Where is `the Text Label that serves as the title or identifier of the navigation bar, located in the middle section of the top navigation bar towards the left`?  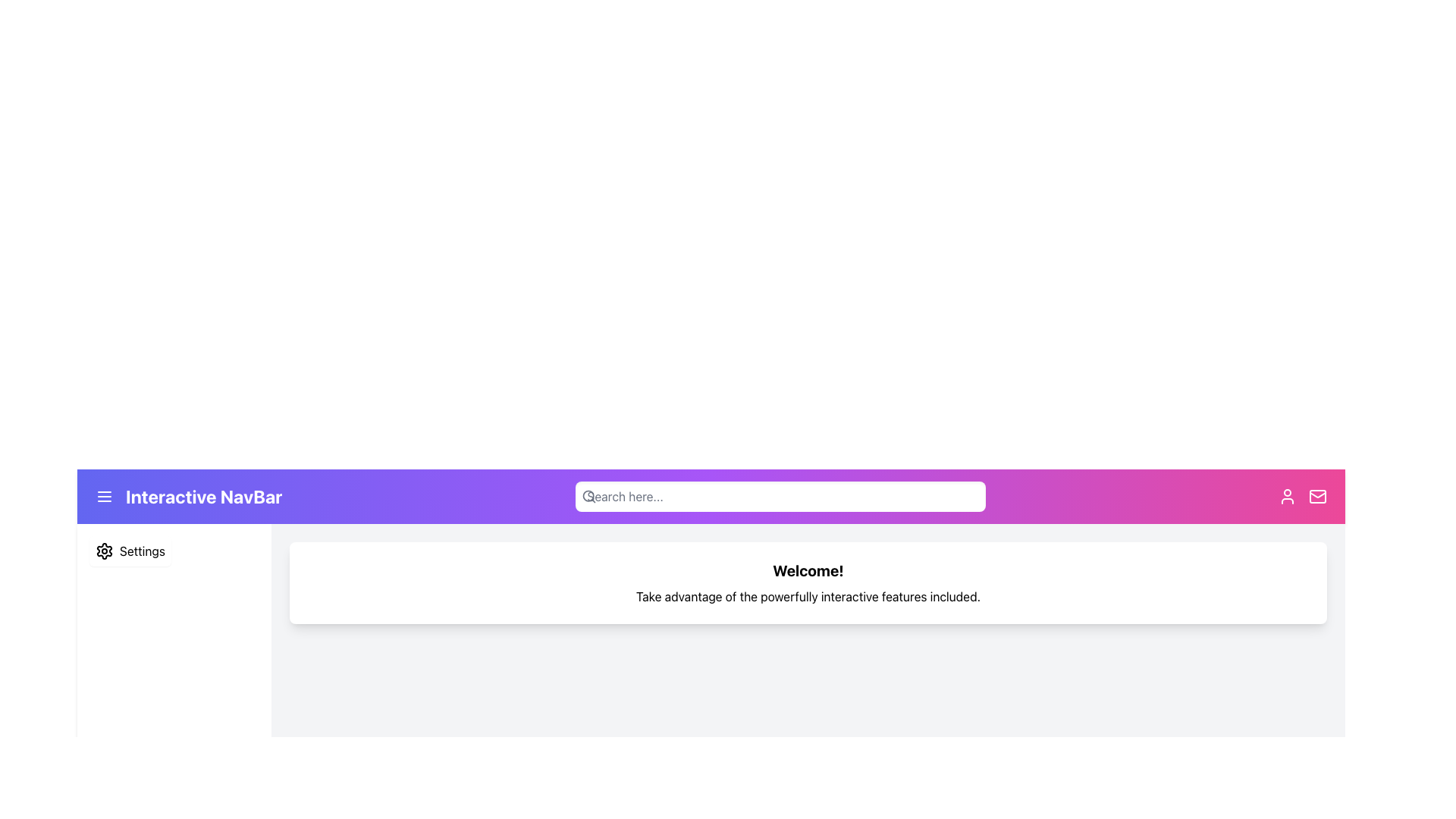 the Text Label that serves as the title or identifier of the navigation bar, located in the middle section of the top navigation bar towards the left is located at coordinates (203, 497).